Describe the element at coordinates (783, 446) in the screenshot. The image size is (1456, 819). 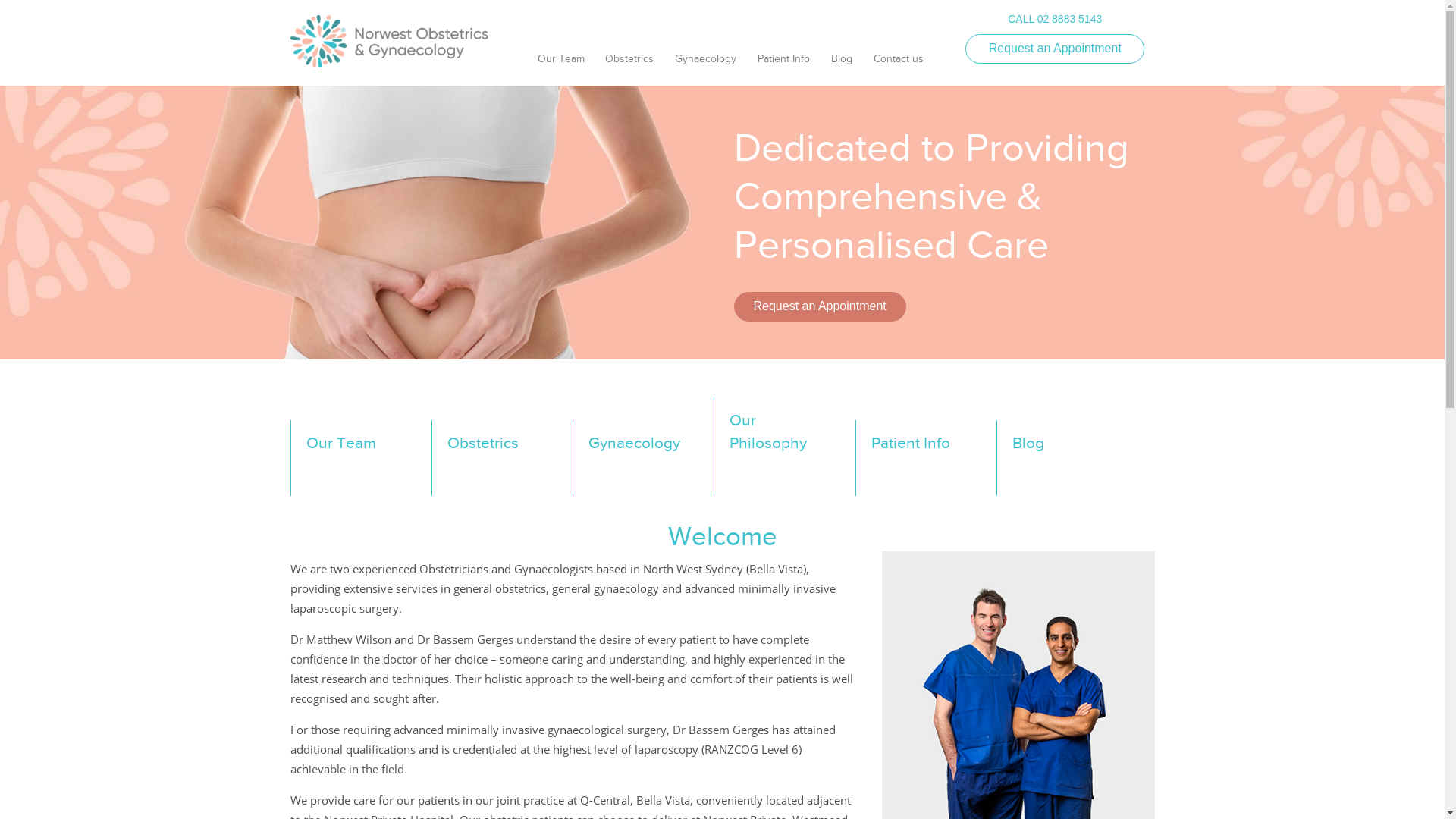
I see `'Our Philosophy'` at that location.